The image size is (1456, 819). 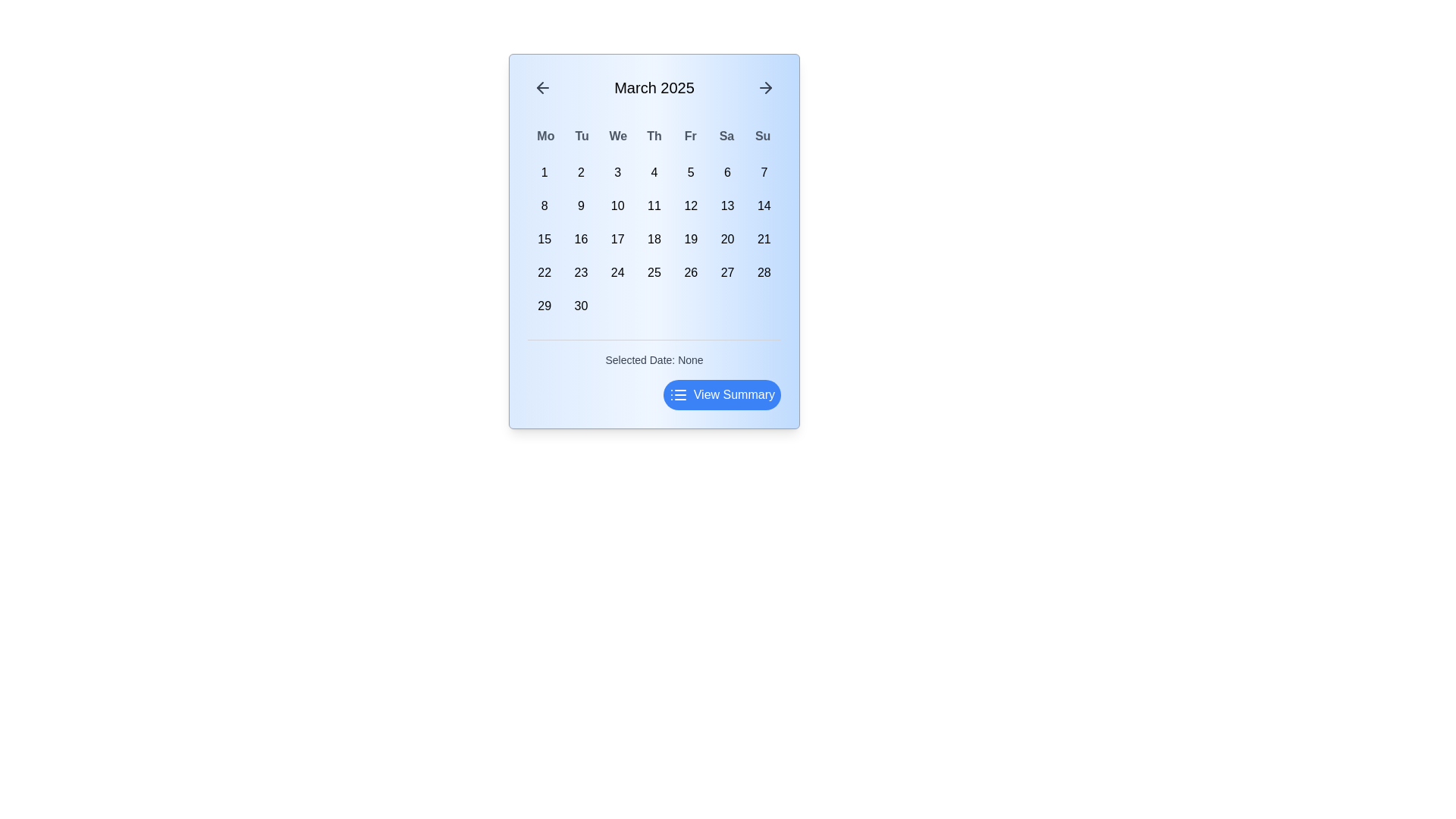 I want to click on the circular button displaying '14' in a calendar grid layout, so click(x=764, y=206).